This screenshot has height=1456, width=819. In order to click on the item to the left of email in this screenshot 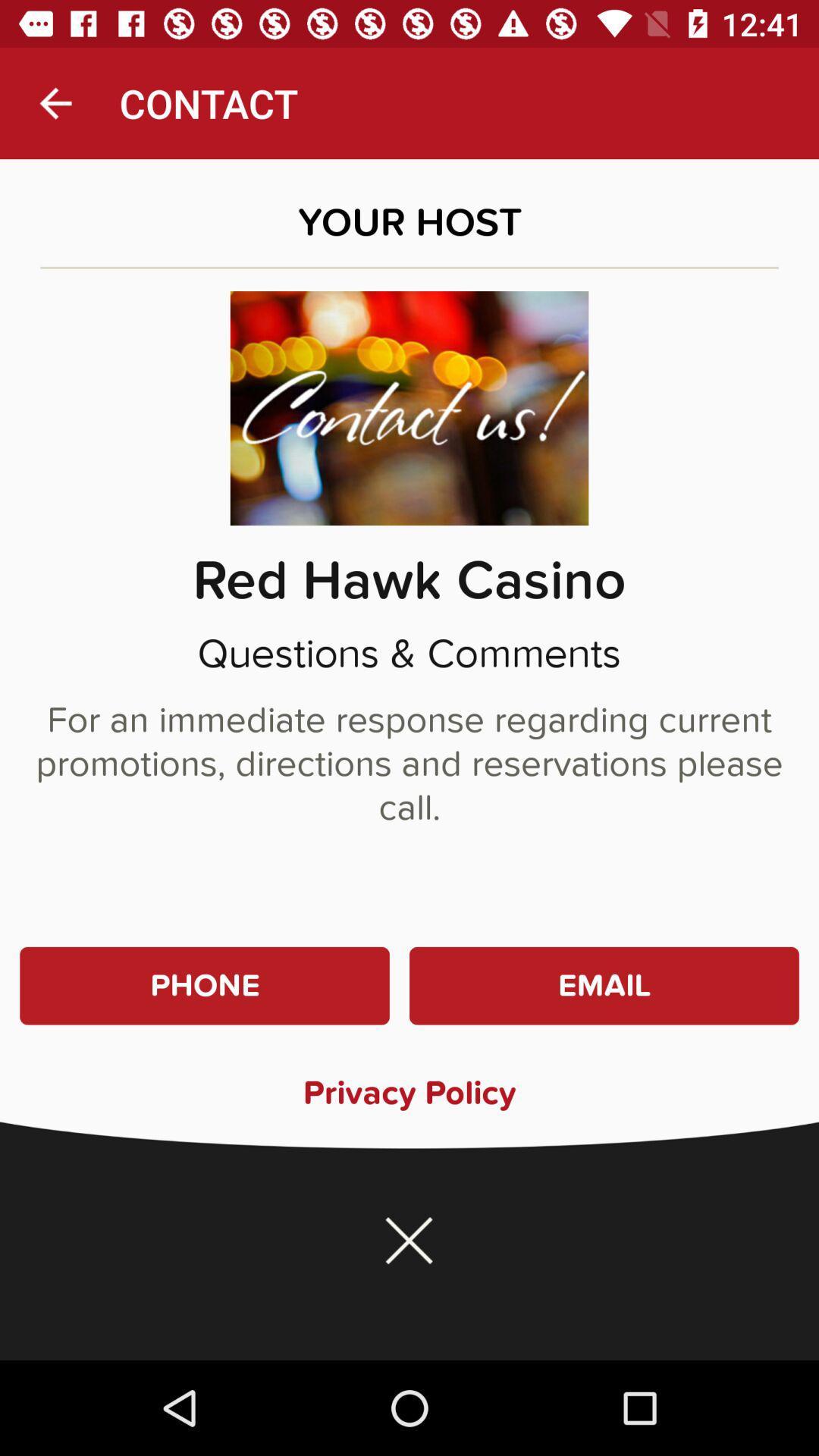, I will do `click(205, 986)`.